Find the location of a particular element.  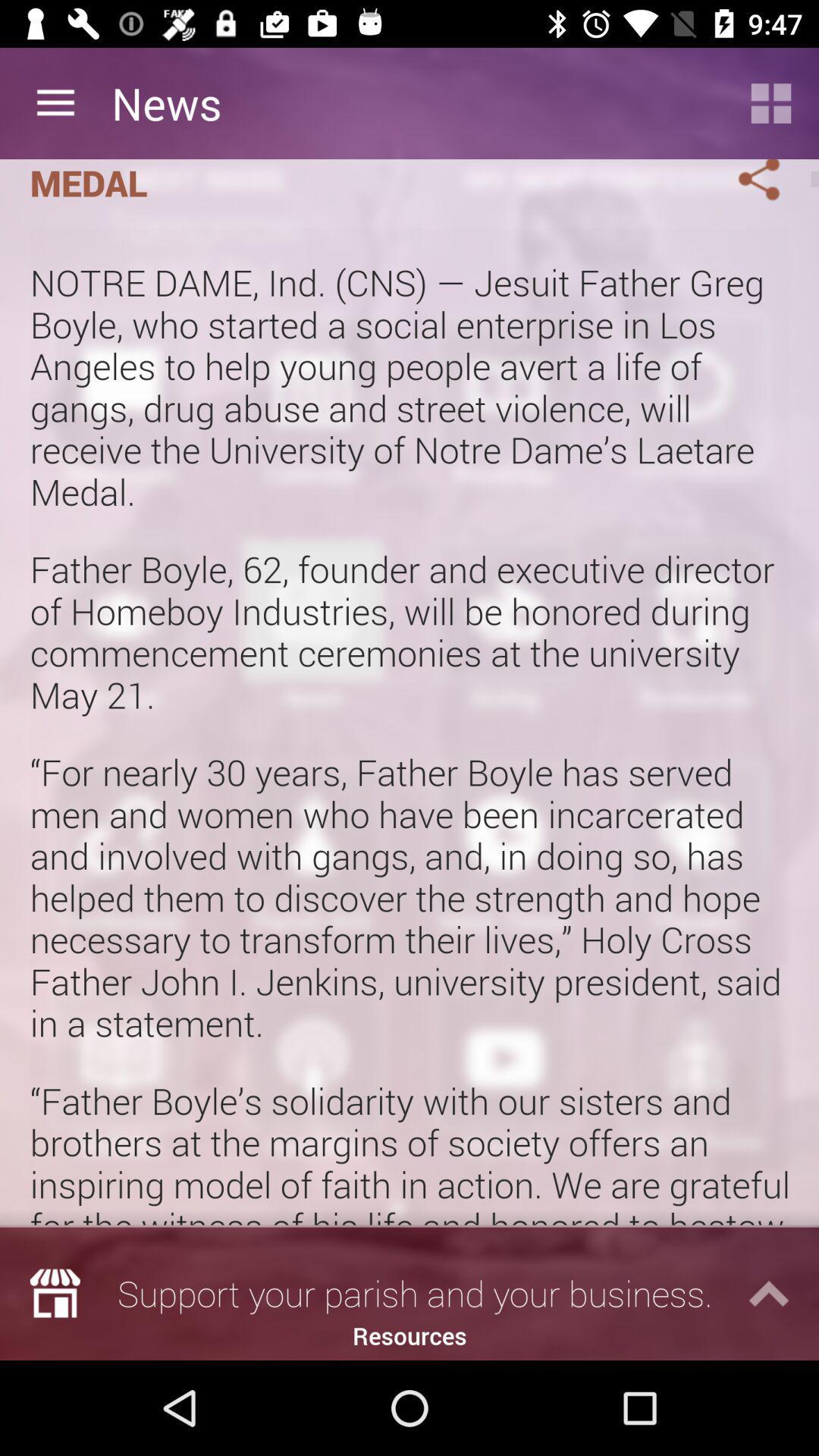

share this news is located at coordinates (740, 183).